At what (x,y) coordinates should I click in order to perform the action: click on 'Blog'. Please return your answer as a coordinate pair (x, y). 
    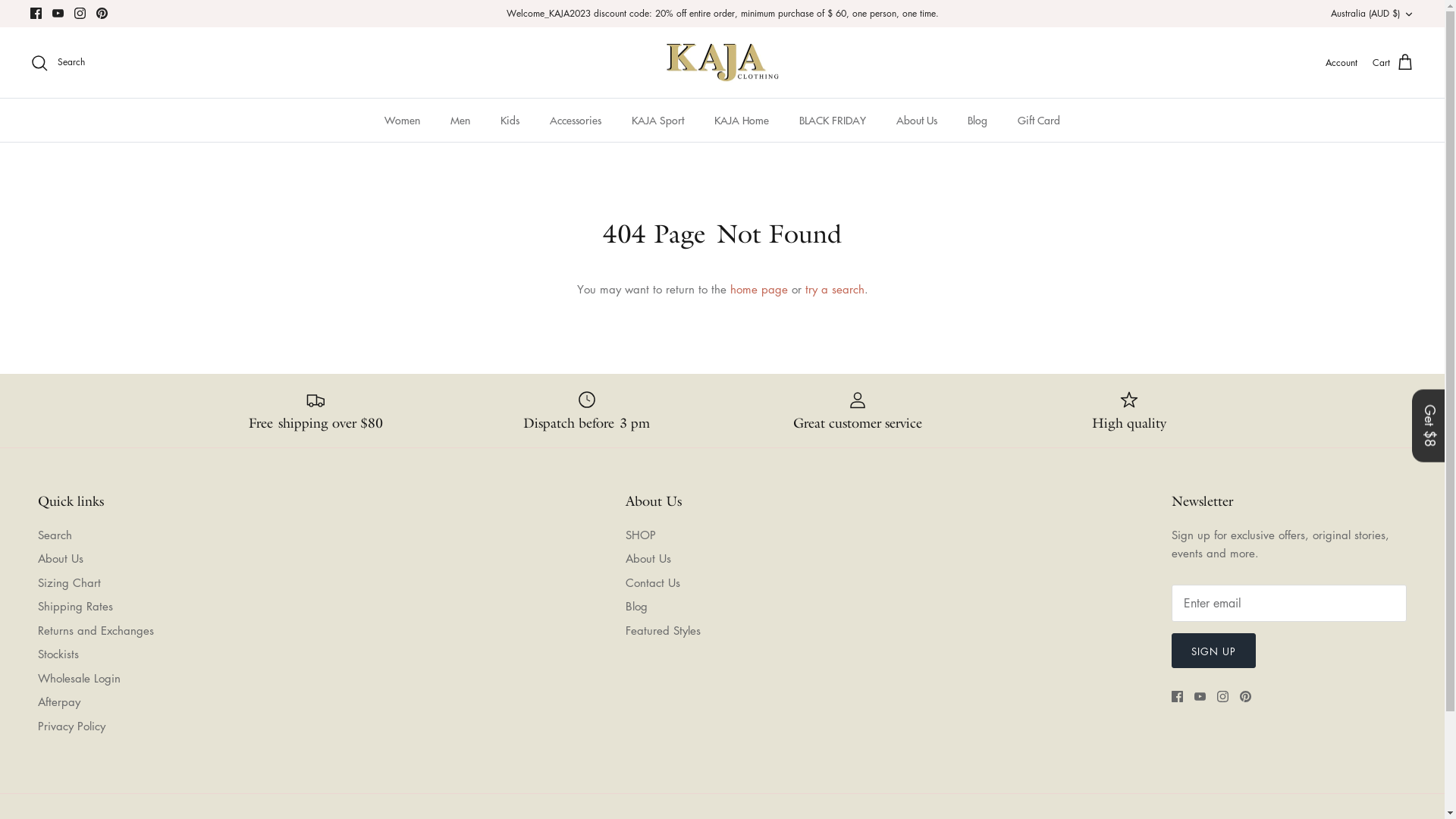
    Looking at the image, I should click on (635, 604).